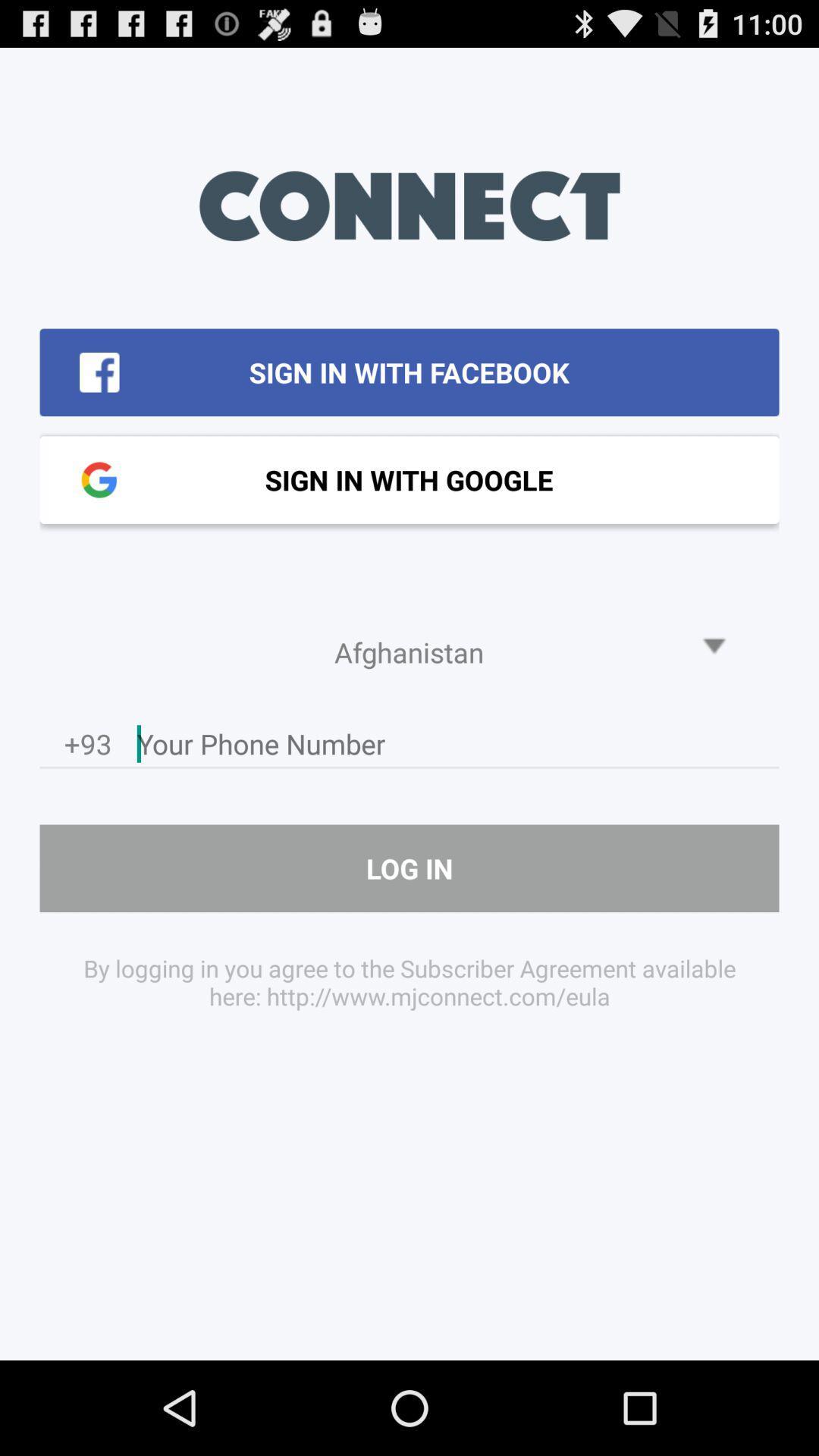 This screenshot has height=1456, width=819. I want to click on log in, so click(409, 868).